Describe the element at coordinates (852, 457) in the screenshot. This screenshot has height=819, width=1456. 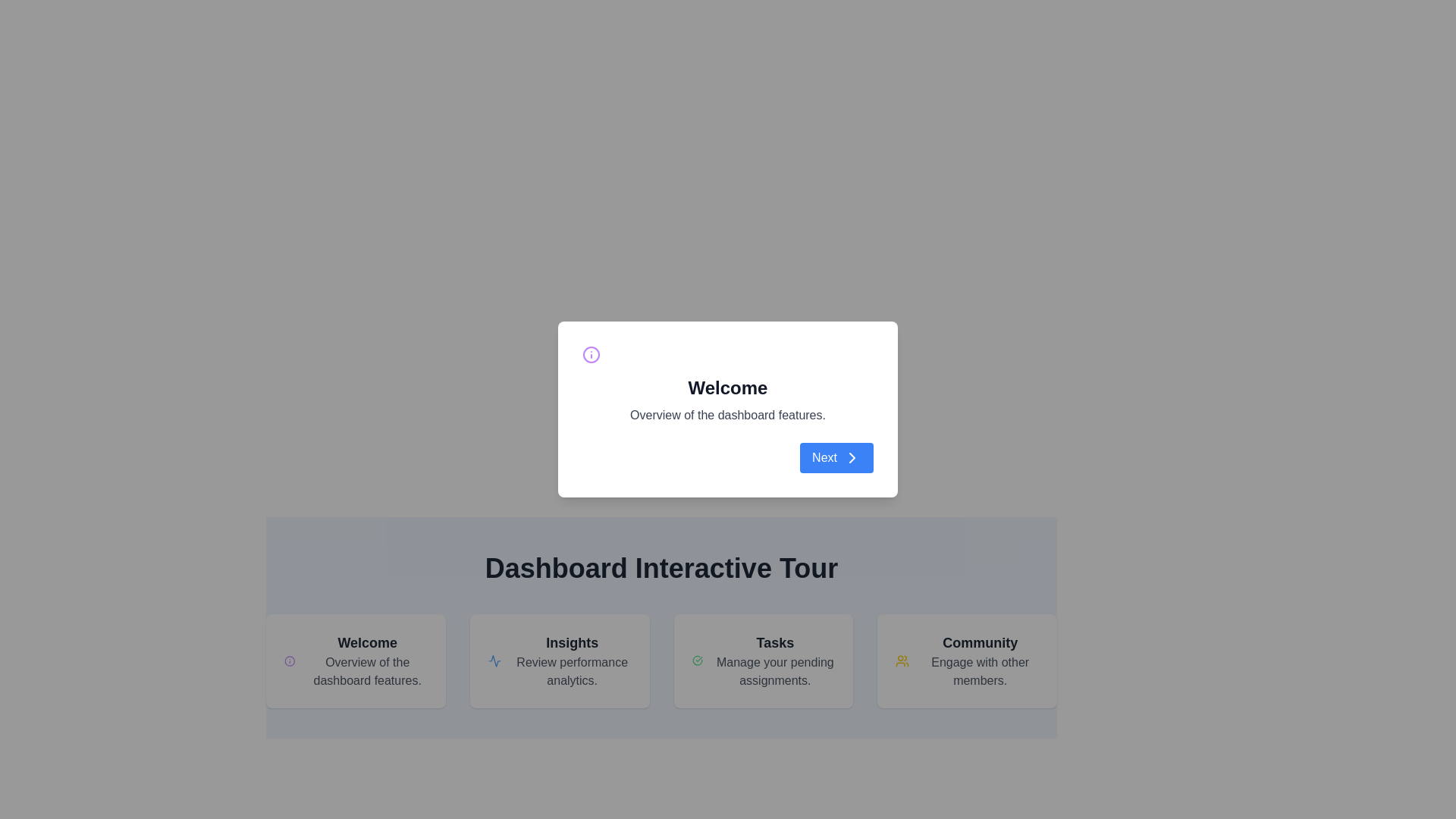
I see `the icon located within the 'Next' button at the bottom-right corner of the modal window to proceed to the next step or page` at that location.